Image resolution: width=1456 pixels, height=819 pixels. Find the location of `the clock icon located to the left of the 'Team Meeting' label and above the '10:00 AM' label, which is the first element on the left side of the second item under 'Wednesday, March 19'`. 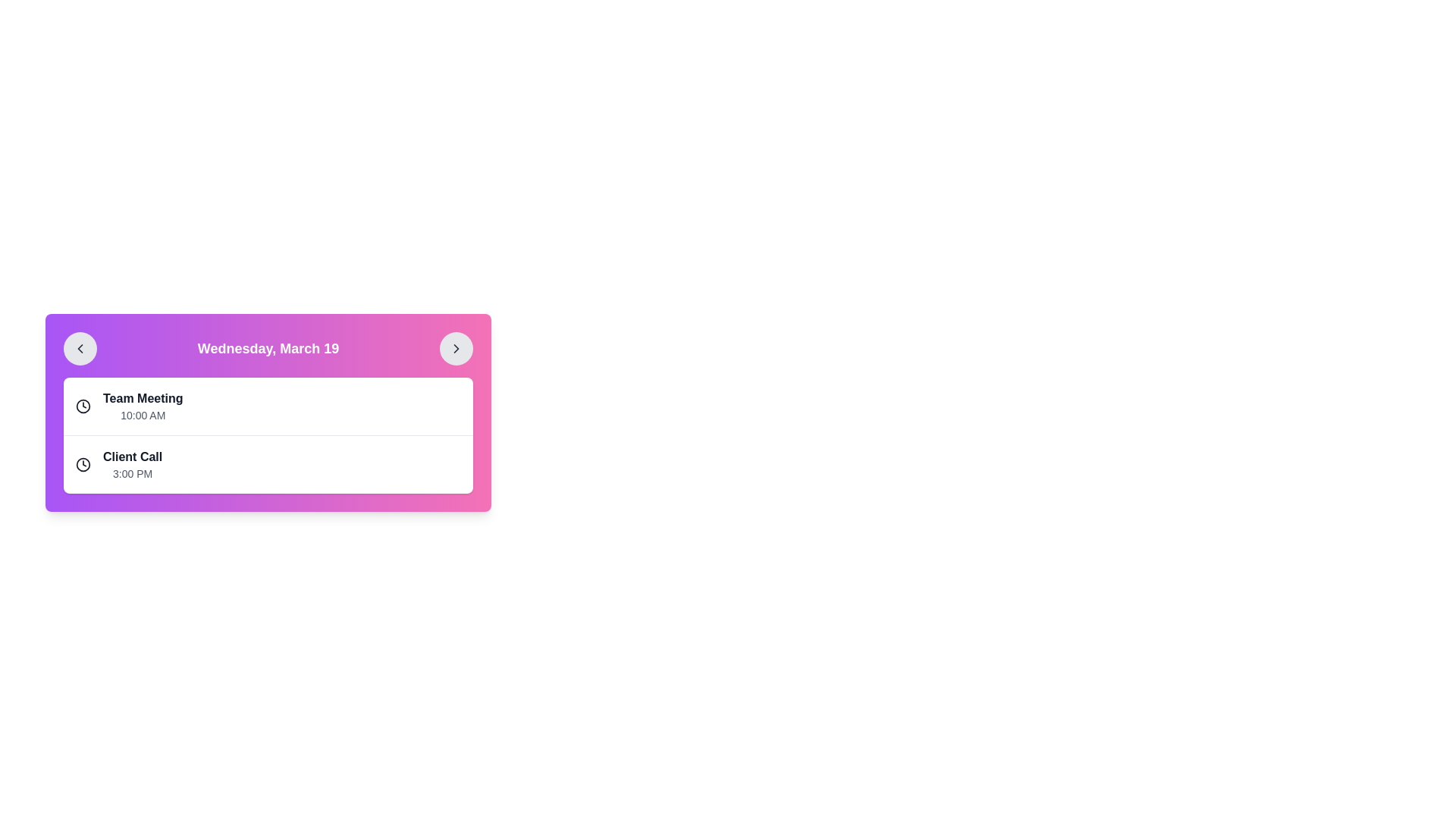

the clock icon located to the left of the 'Team Meeting' label and above the '10:00 AM' label, which is the first element on the left side of the second item under 'Wednesday, March 19' is located at coordinates (83, 406).